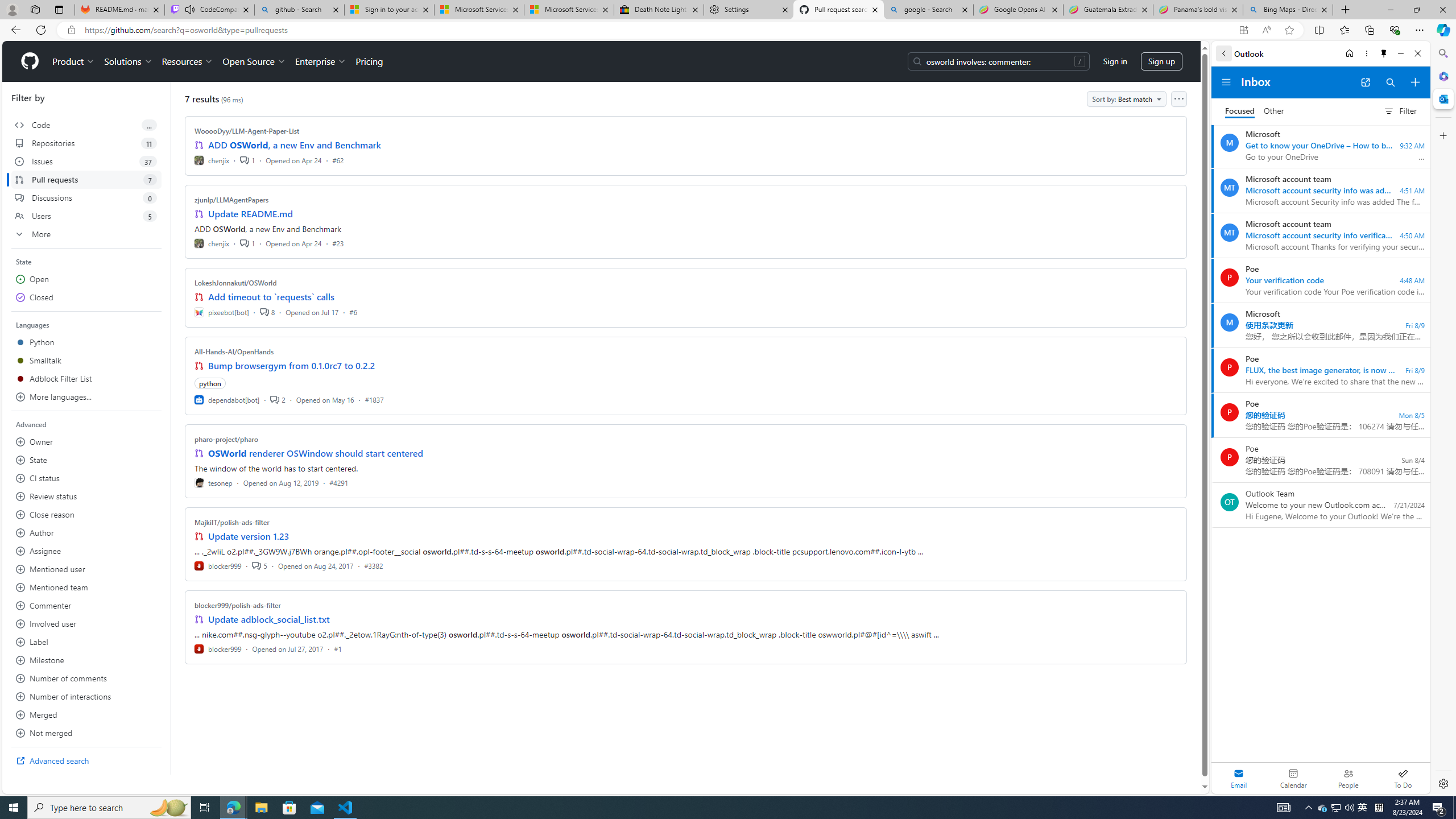  Describe the element at coordinates (315, 453) in the screenshot. I see `'OSWorld renderer OSWindow should start centered'` at that location.